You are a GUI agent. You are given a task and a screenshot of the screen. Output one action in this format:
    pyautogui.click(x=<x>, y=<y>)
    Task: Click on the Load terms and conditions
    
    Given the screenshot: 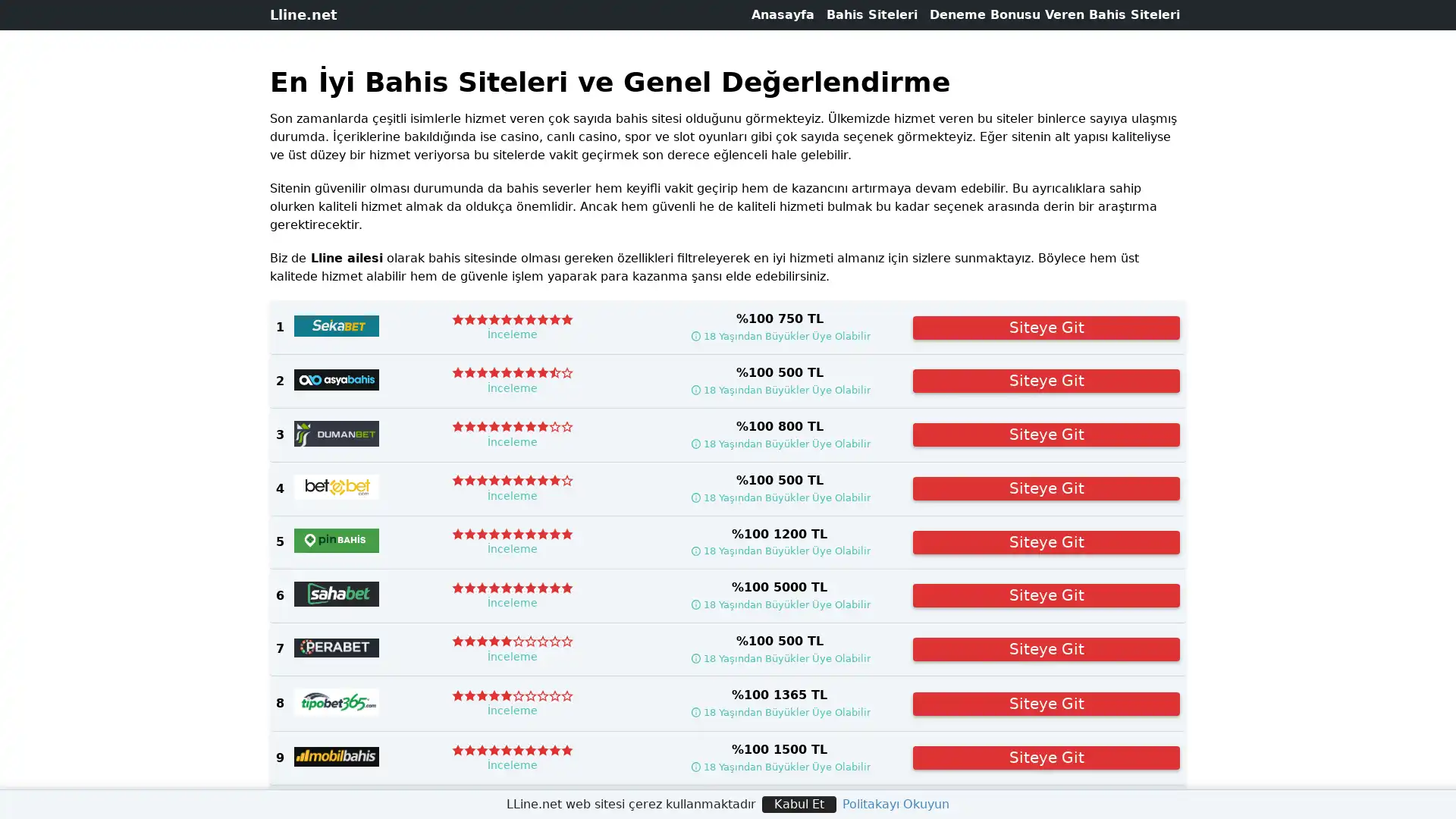 What is the action you would take?
    pyautogui.click(x=779, y=497)
    